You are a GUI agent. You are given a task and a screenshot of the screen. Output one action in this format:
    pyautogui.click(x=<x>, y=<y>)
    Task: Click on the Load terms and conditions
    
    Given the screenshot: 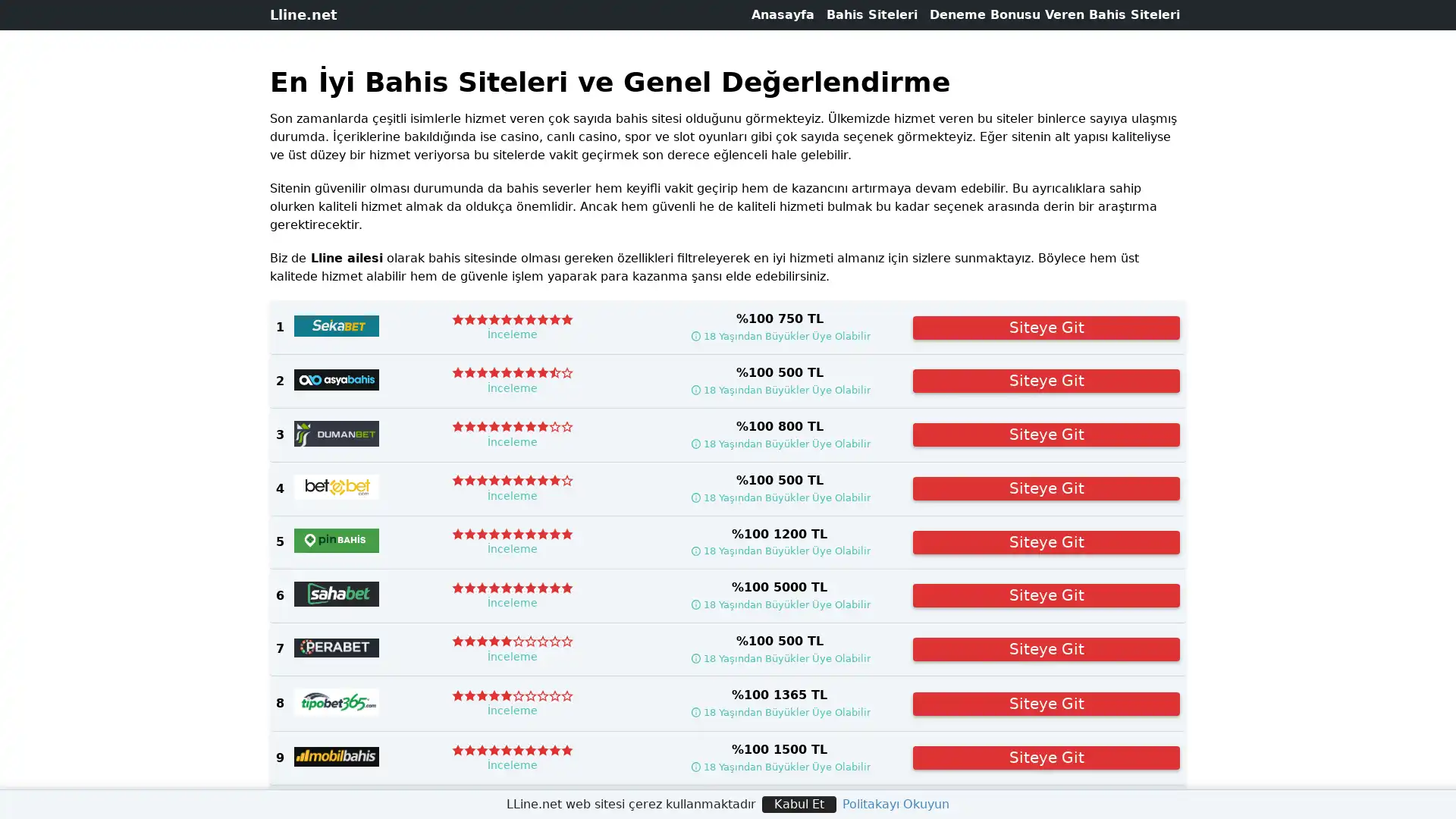 What is the action you would take?
    pyautogui.click(x=779, y=497)
    